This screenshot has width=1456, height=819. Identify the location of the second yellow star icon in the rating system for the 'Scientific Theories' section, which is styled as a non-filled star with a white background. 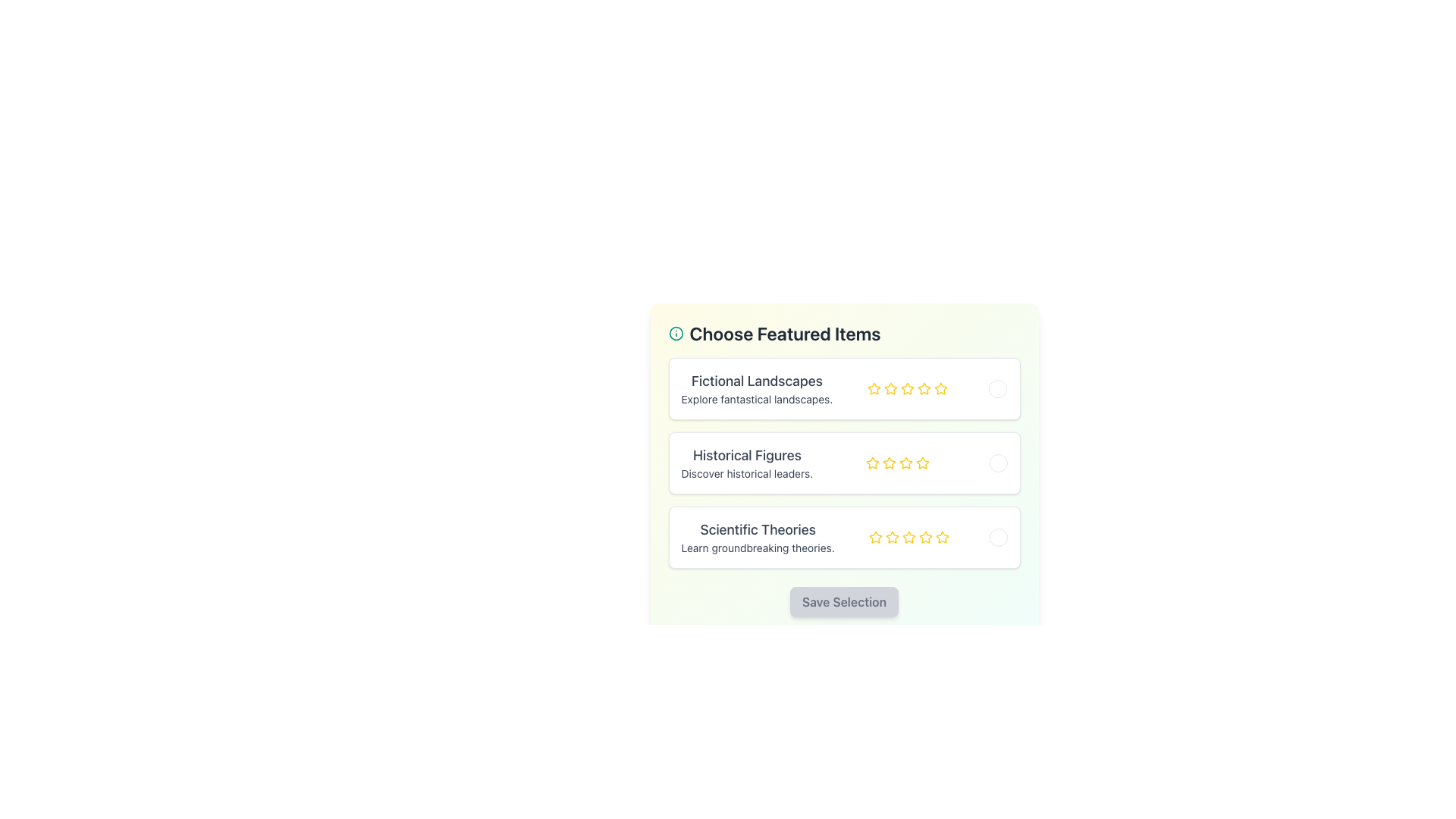
(892, 537).